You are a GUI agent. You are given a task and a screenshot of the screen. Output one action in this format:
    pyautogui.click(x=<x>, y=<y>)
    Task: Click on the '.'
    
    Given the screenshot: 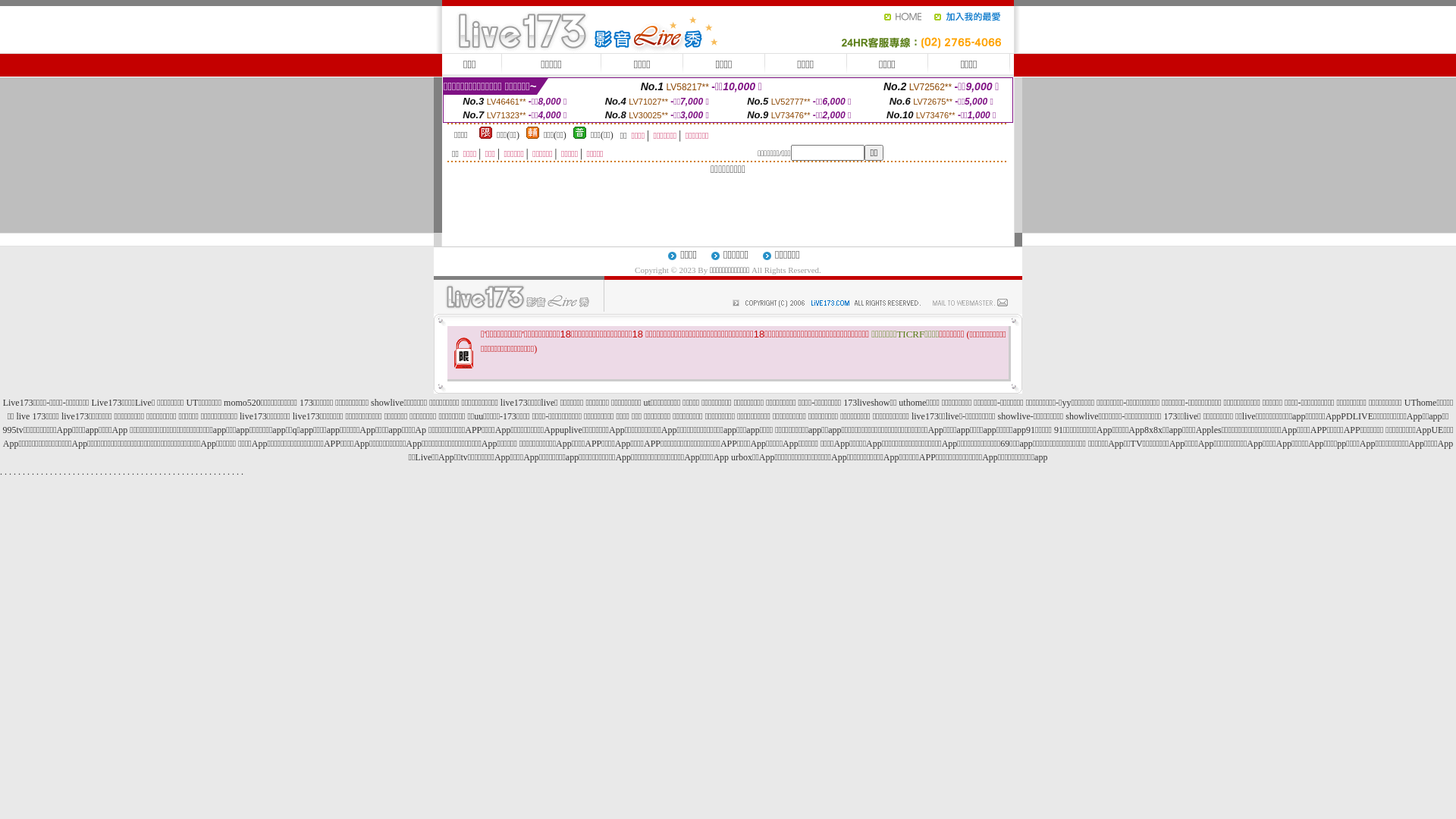 What is the action you would take?
    pyautogui.click(x=164, y=470)
    